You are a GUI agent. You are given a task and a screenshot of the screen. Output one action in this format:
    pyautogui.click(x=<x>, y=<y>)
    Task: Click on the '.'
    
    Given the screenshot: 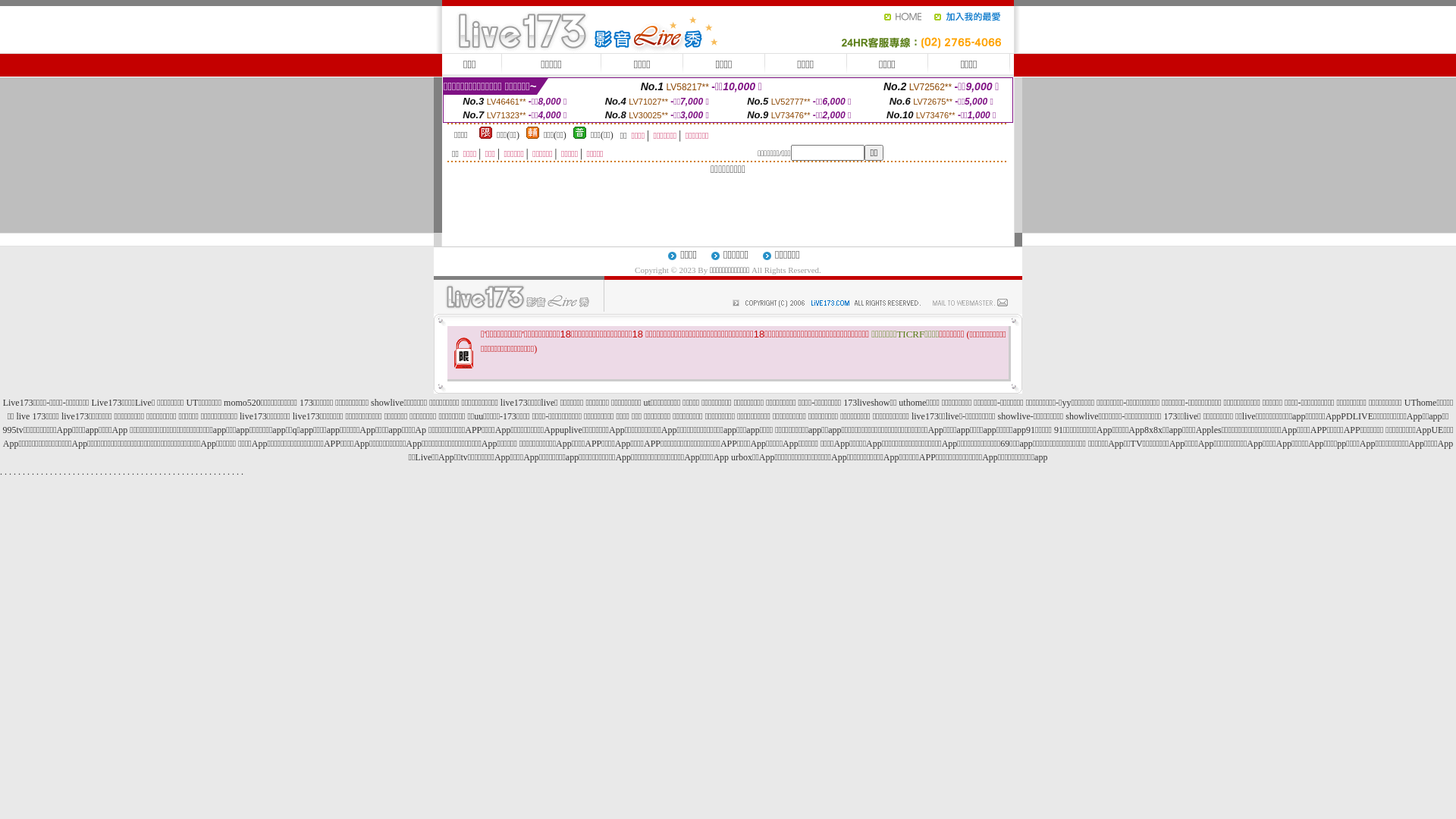 What is the action you would take?
    pyautogui.click(x=164, y=470)
    